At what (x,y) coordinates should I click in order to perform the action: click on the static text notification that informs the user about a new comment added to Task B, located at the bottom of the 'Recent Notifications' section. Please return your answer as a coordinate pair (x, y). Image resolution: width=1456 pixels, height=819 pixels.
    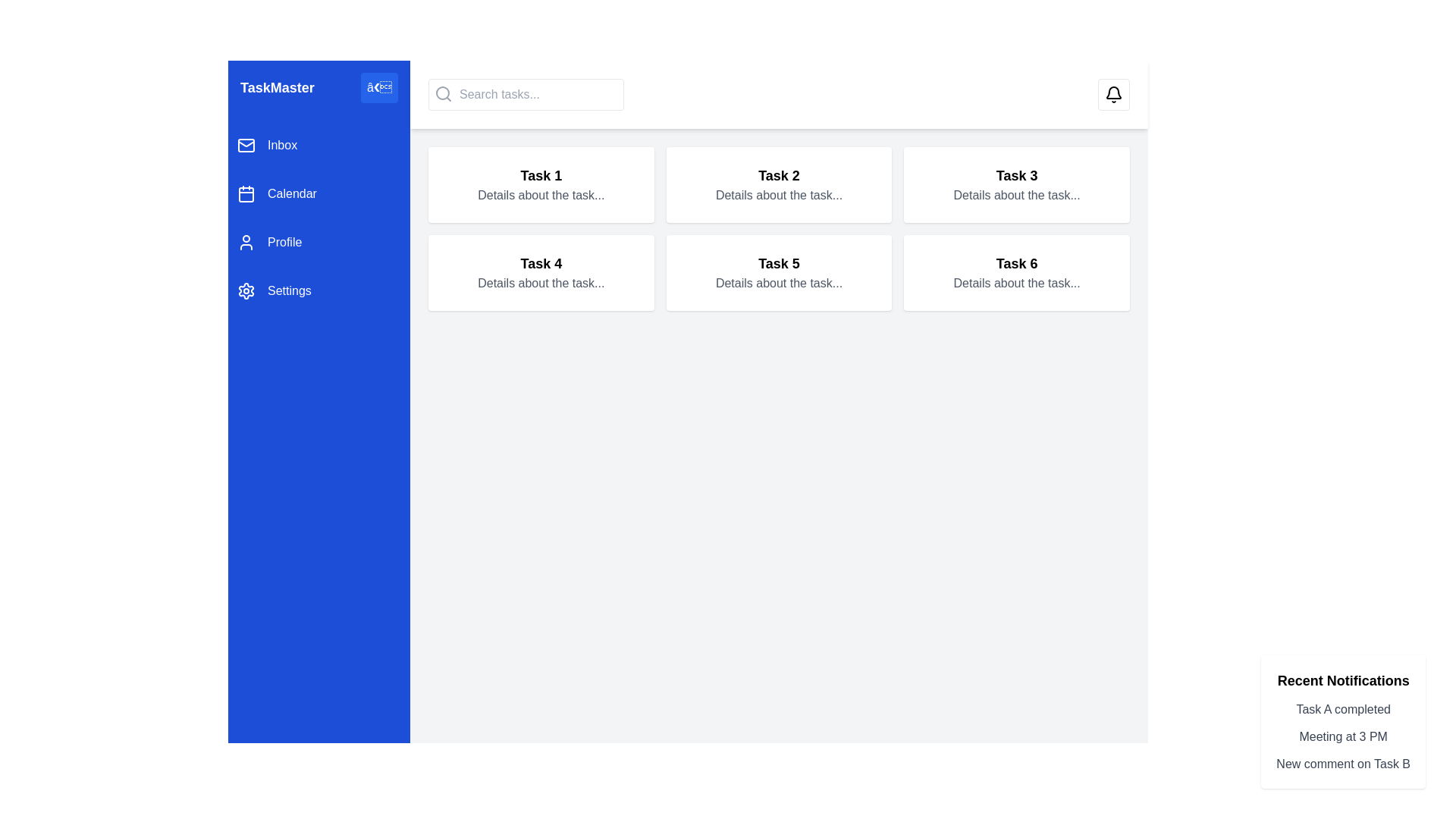
    Looking at the image, I should click on (1343, 764).